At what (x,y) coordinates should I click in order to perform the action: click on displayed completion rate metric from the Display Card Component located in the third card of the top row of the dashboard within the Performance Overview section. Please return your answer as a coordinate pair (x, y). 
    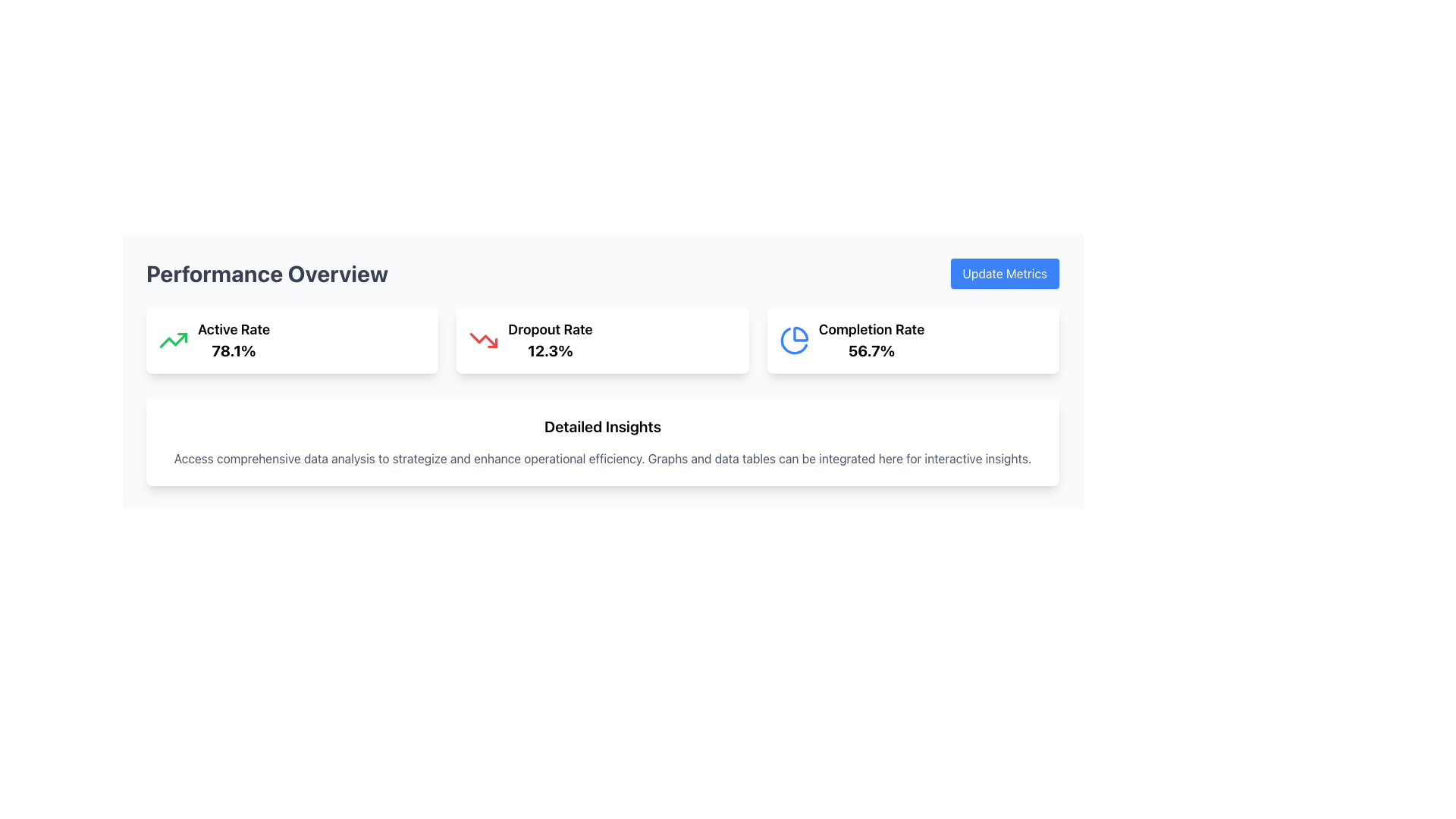
    Looking at the image, I should click on (871, 339).